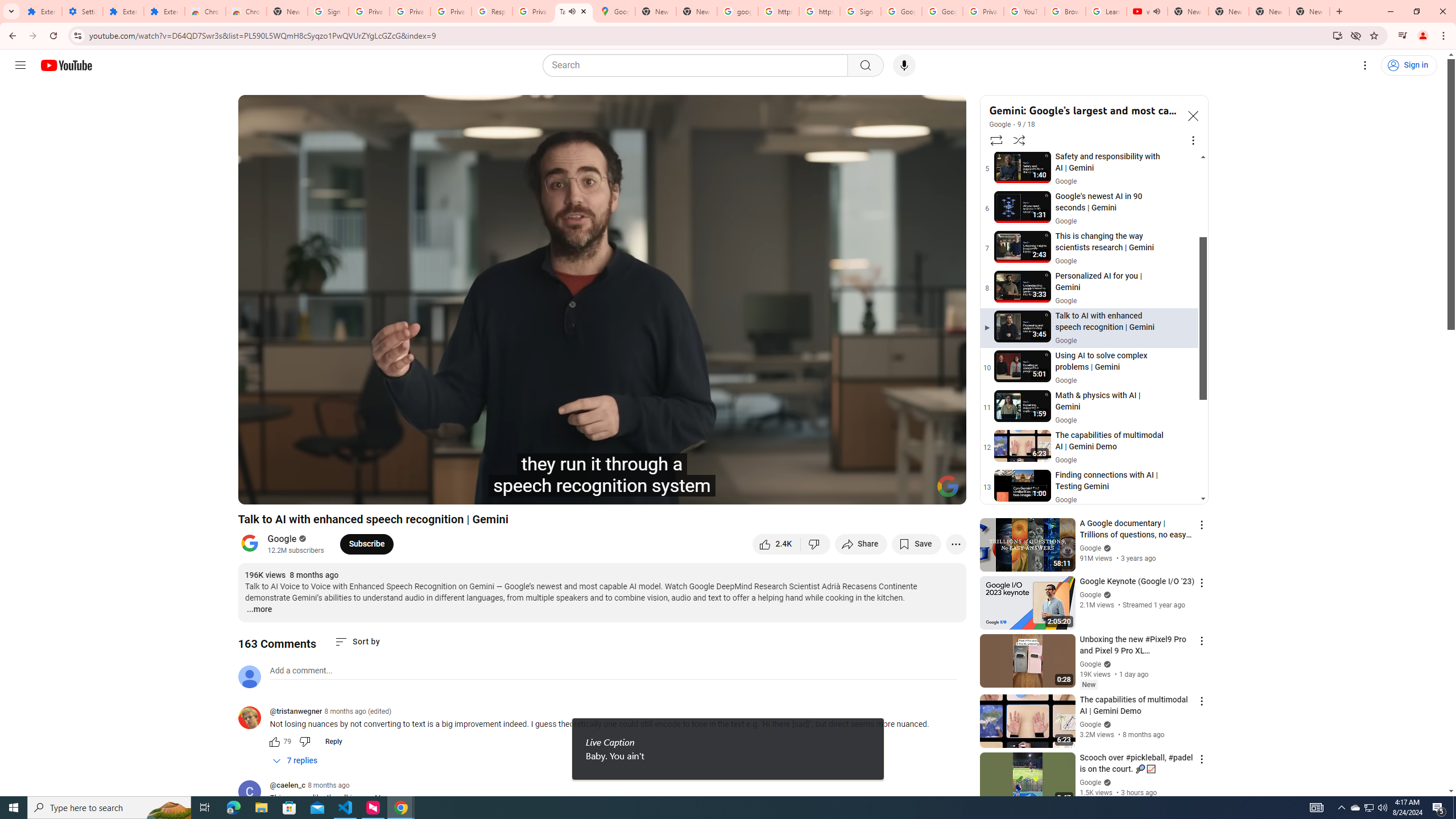 This screenshot has width=1456, height=819. I want to click on 'https://scholar.google.com/', so click(818, 11).